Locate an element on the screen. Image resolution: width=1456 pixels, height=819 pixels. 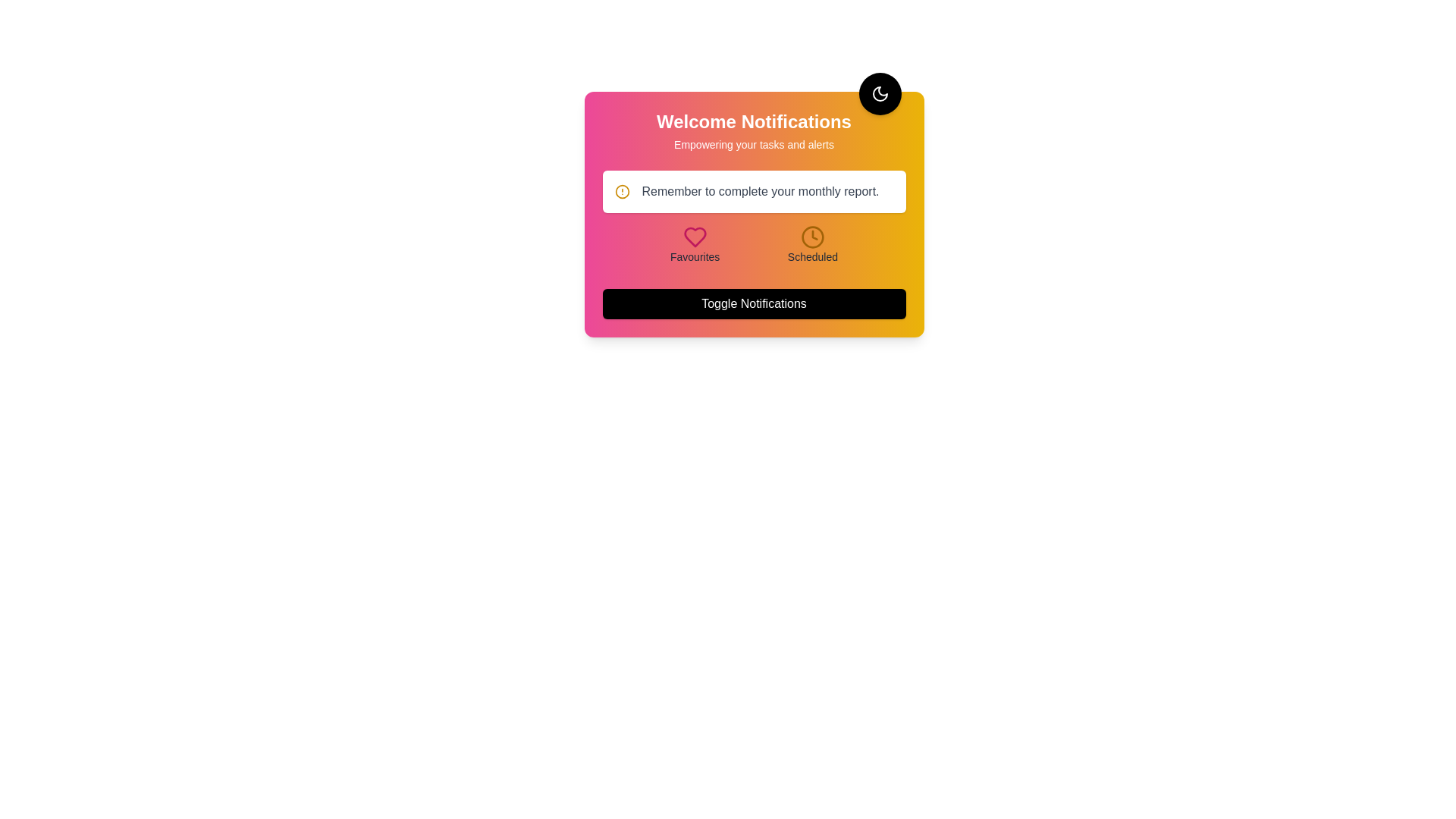
the 'Scheduled' label, which is styled with a small gray font and is positioned as the second option within a notification card, adjacent to a yellow clock-shaped icon is located at coordinates (811, 256).